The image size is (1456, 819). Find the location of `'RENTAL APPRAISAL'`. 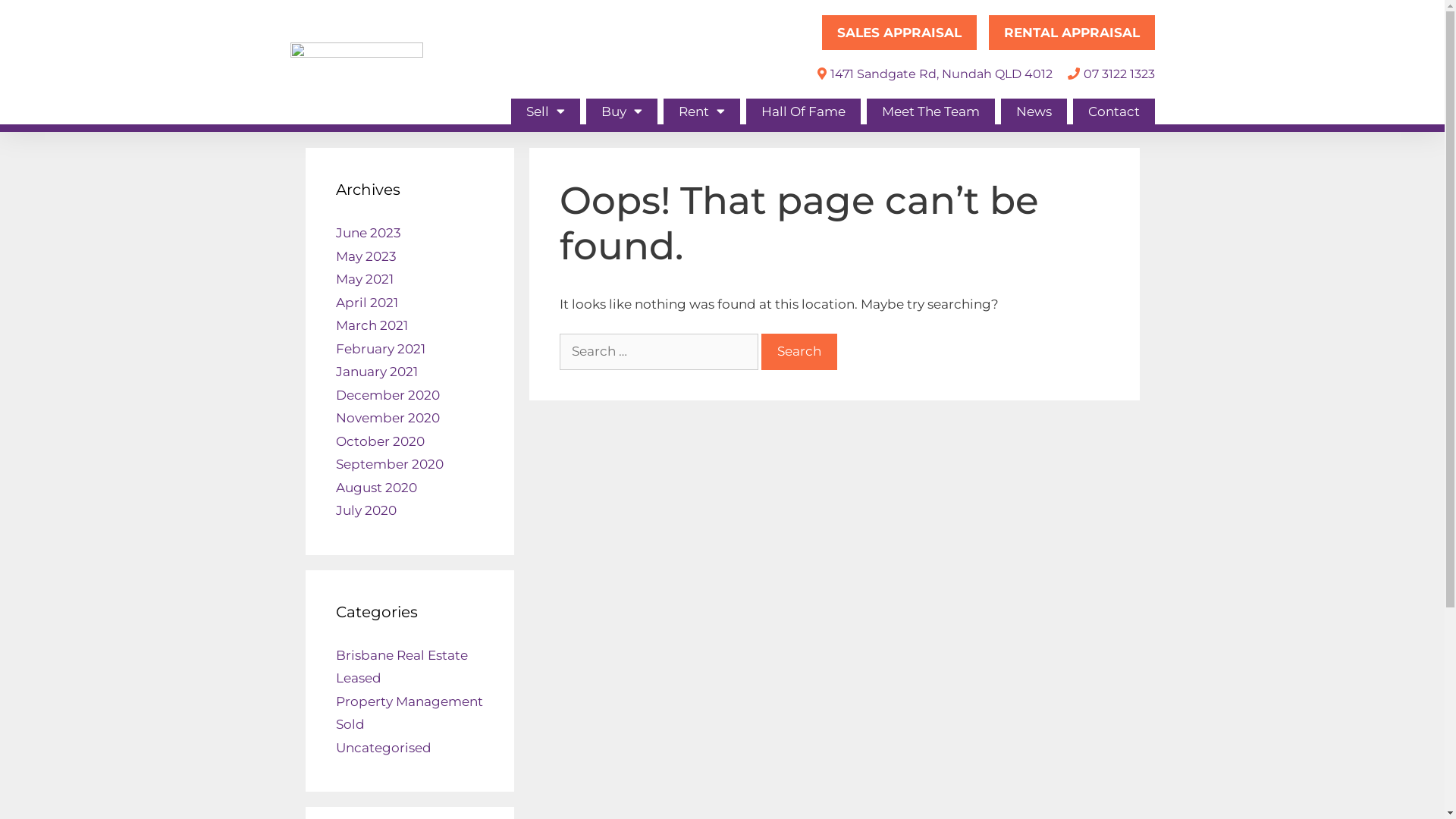

'RENTAL APPRAISAL' is located at coordinates (1071, 32).